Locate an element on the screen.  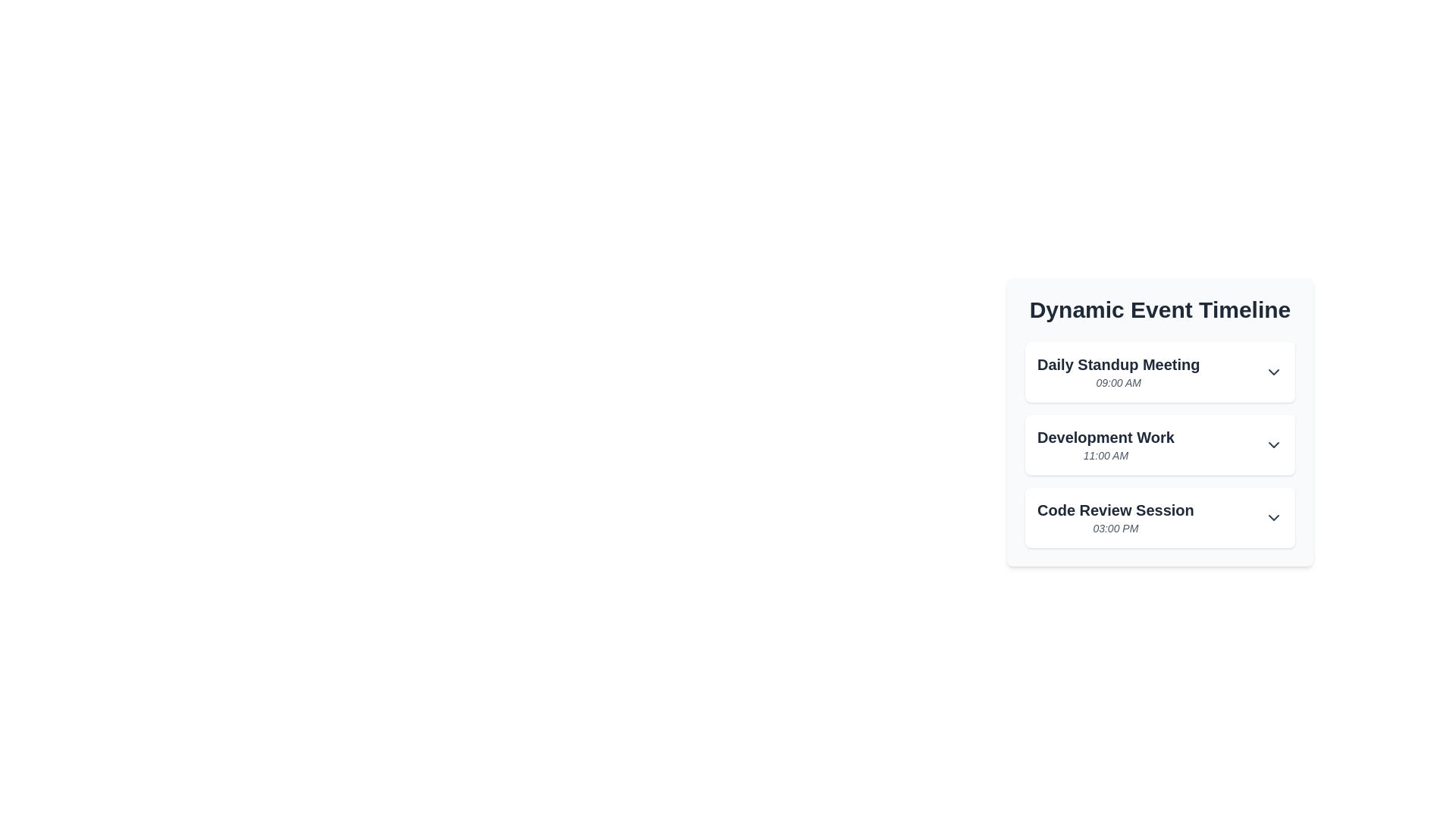
event title 'Daily Standup Meeting' and time '09:00 AM' from the text block with an interactive icon positioned below the header 'Dynamic Event Timeline' is located at coordinates (1159, 372).